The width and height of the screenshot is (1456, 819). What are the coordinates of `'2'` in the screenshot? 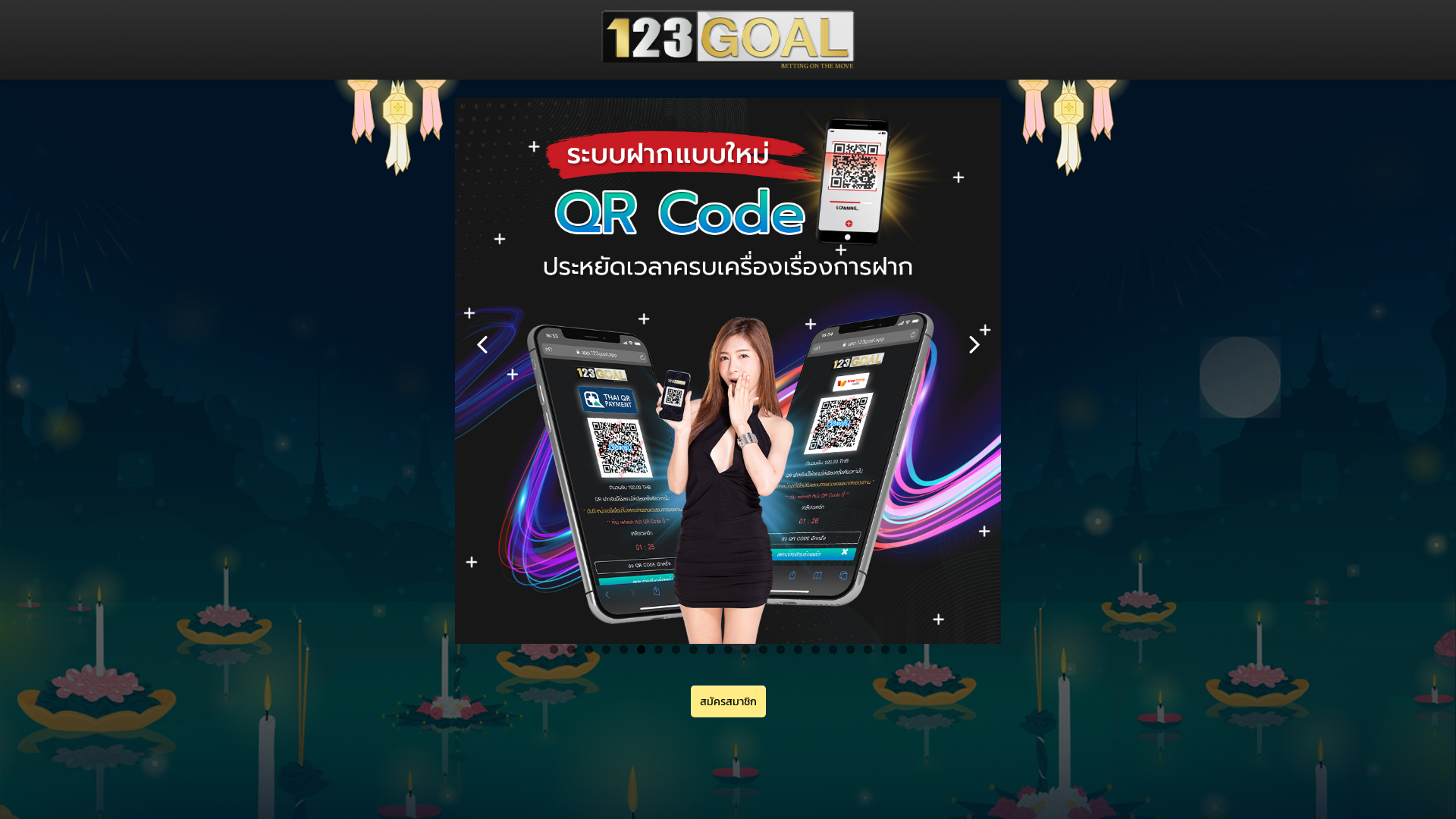 It's located at (570, 648).